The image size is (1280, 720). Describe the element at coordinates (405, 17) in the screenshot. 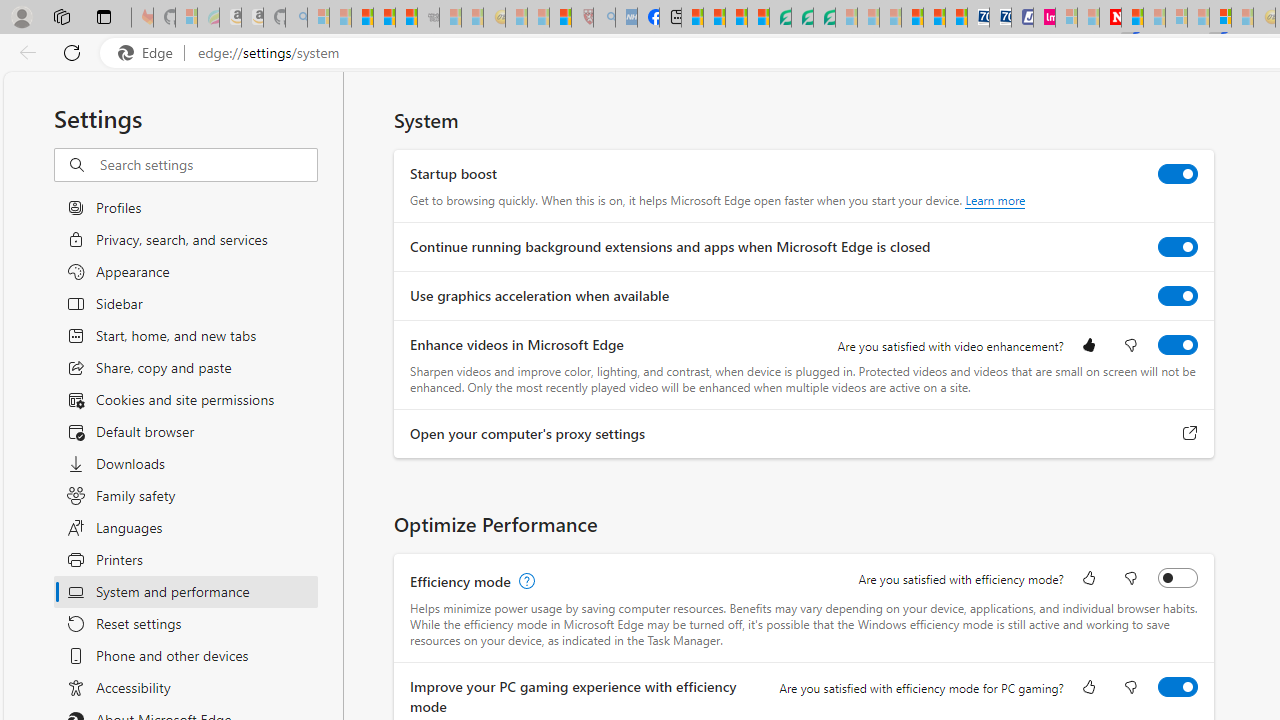

I see `'New Report Confirms 2023 Was Record Hot | Watch'` at that location.